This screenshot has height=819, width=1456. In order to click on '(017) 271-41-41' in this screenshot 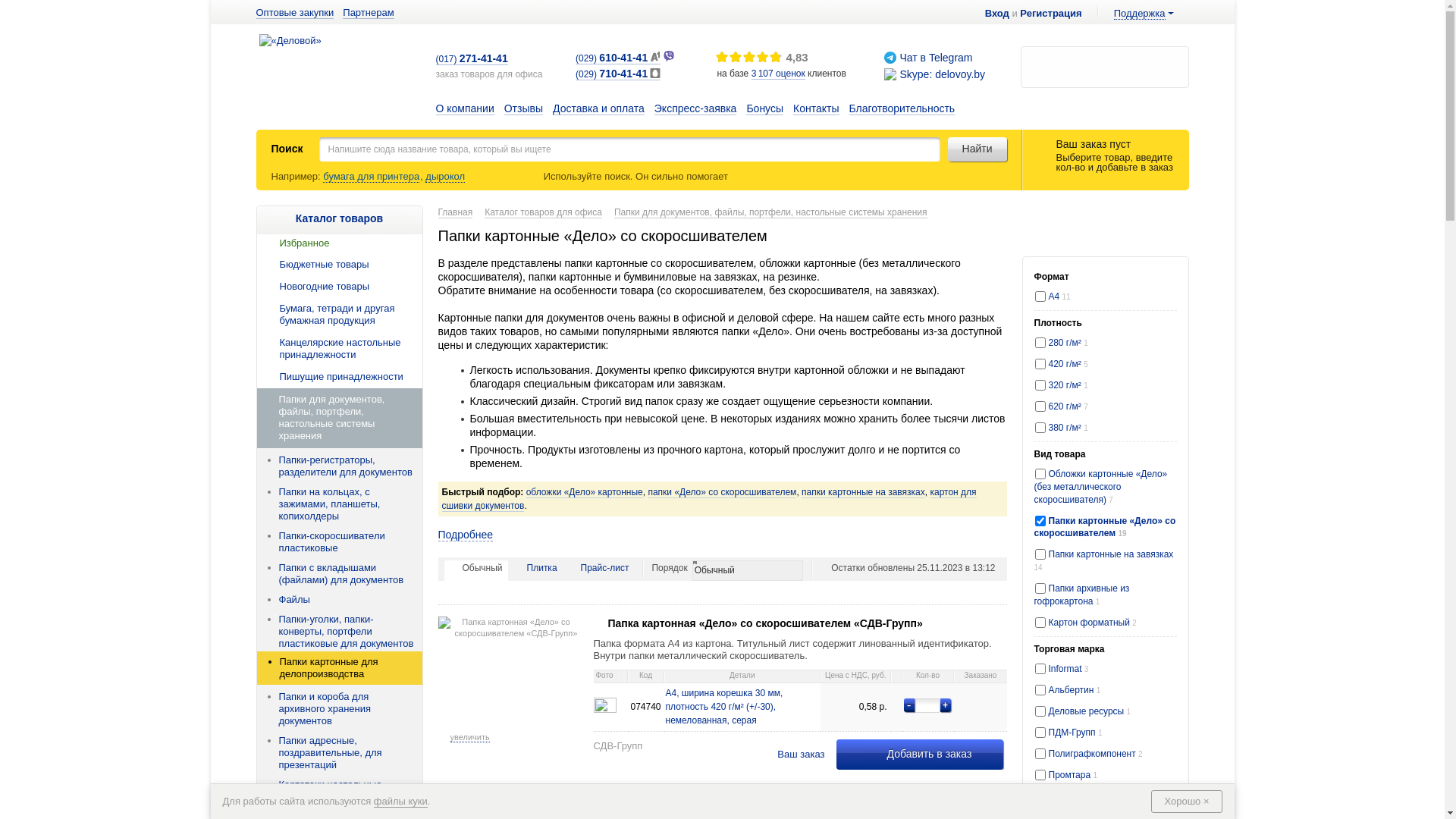, I will do `click(470, 58)`.